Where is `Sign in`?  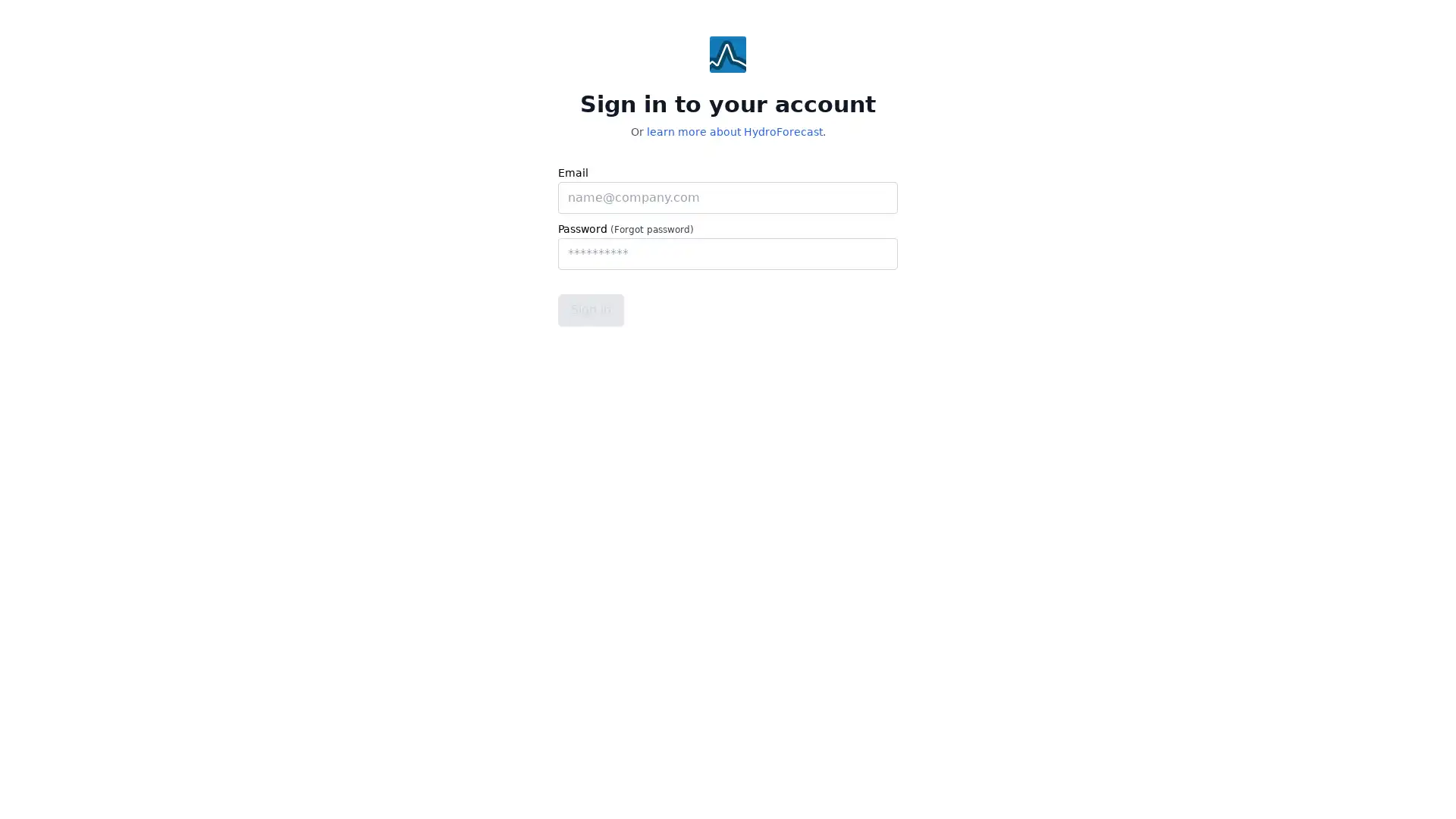 Sign in is located at coordinates (590, 309).